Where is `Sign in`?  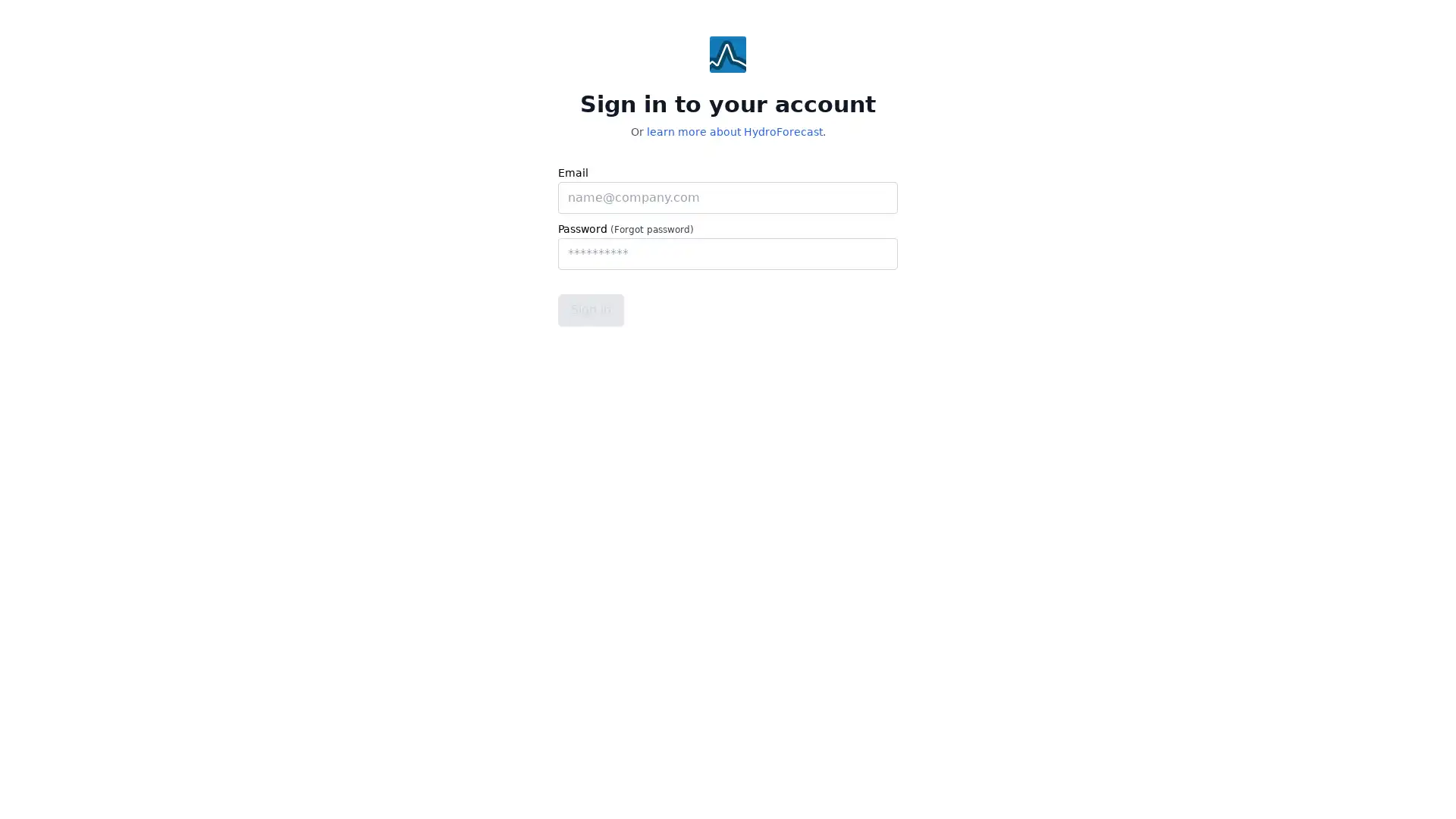 Sign in is located at coordinates (590, 309).